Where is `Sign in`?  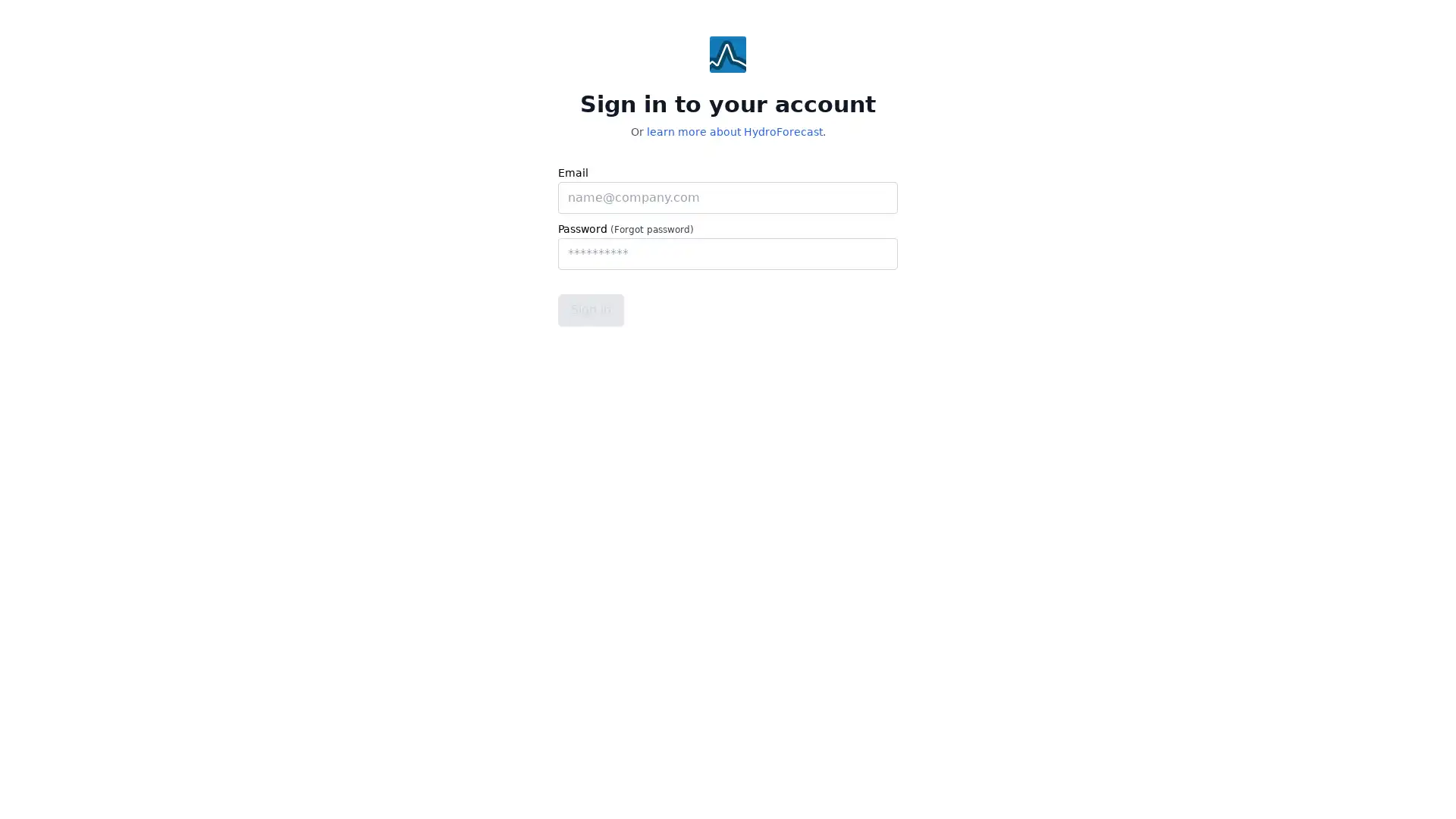 Sign in is located at coordinates (590, 309).